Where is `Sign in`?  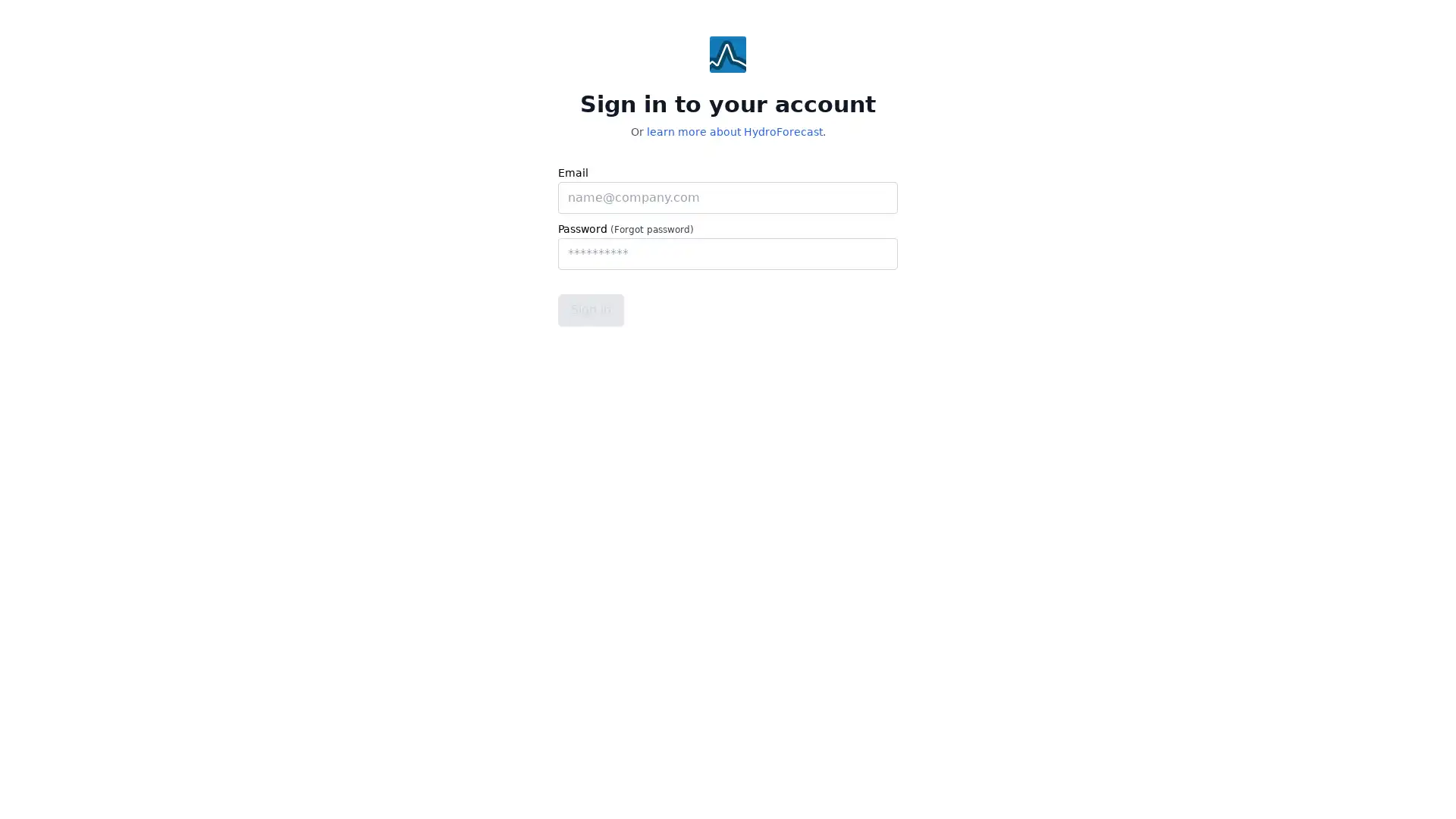 Sign in is located at coordinates (590, 309).